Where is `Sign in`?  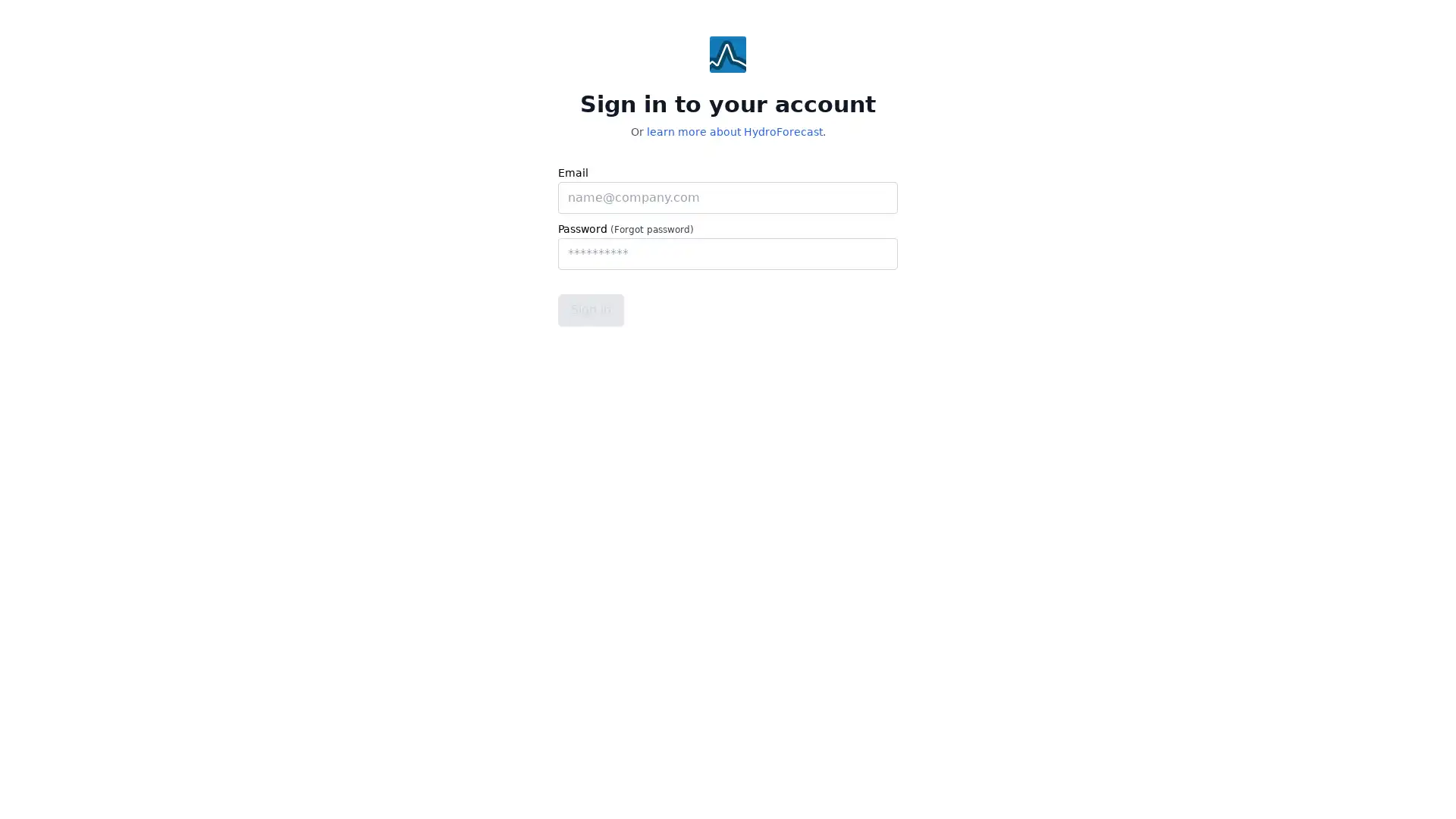 Sign in is located at coordinates (590, 309).